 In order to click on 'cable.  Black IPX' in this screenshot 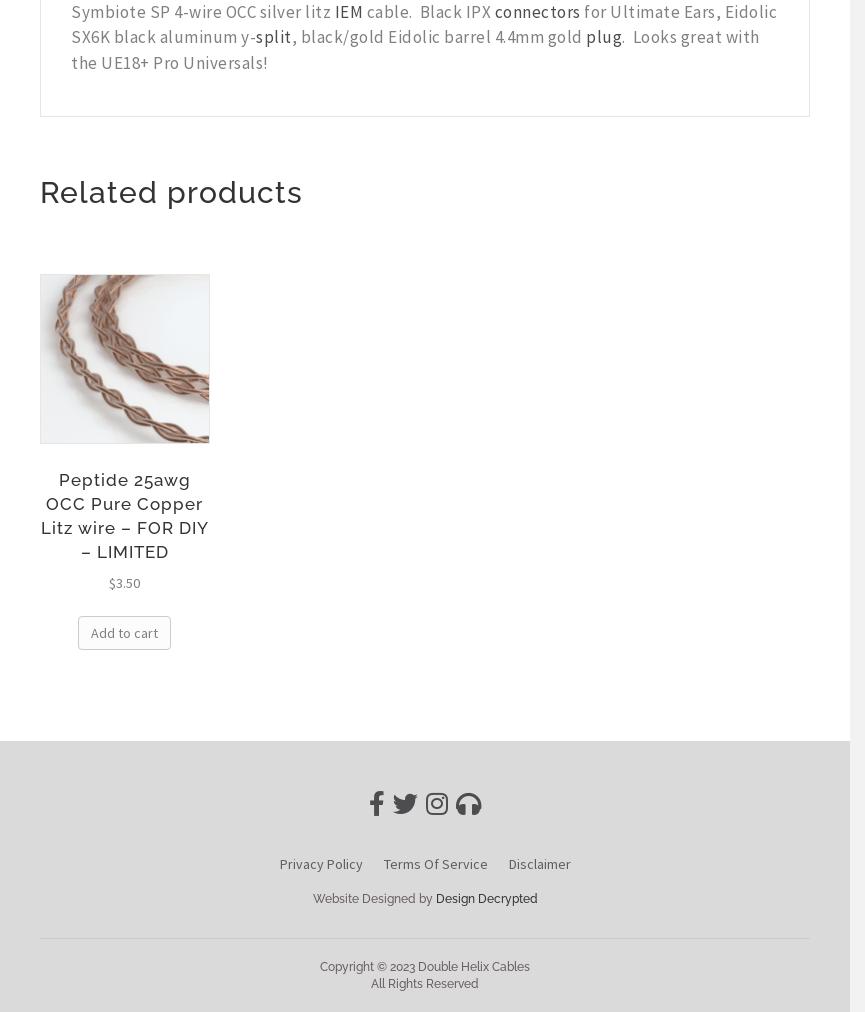, I will do `click(428, 10)`.